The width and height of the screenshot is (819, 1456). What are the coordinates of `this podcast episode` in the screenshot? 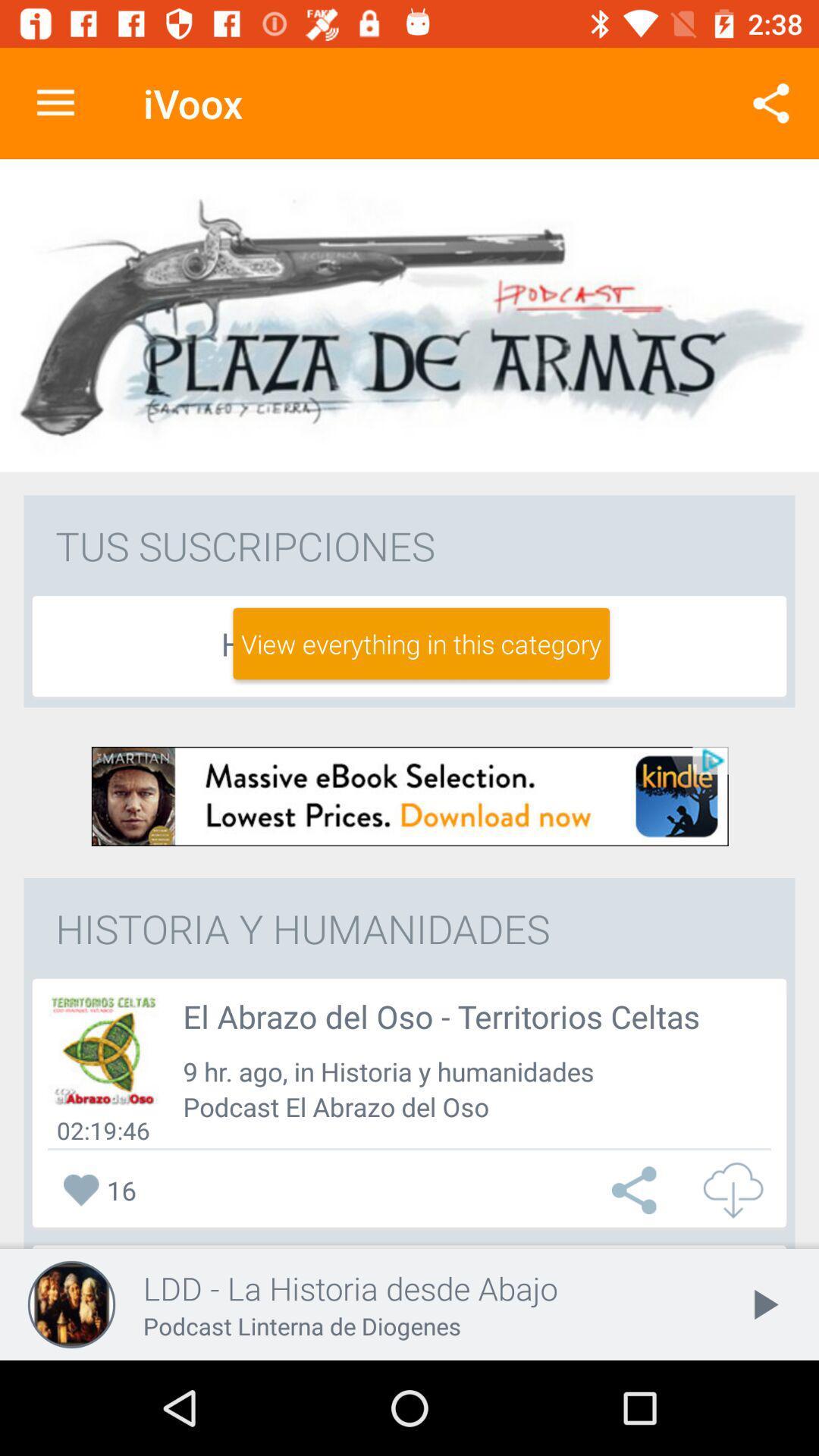 It's located at (102, 1050).